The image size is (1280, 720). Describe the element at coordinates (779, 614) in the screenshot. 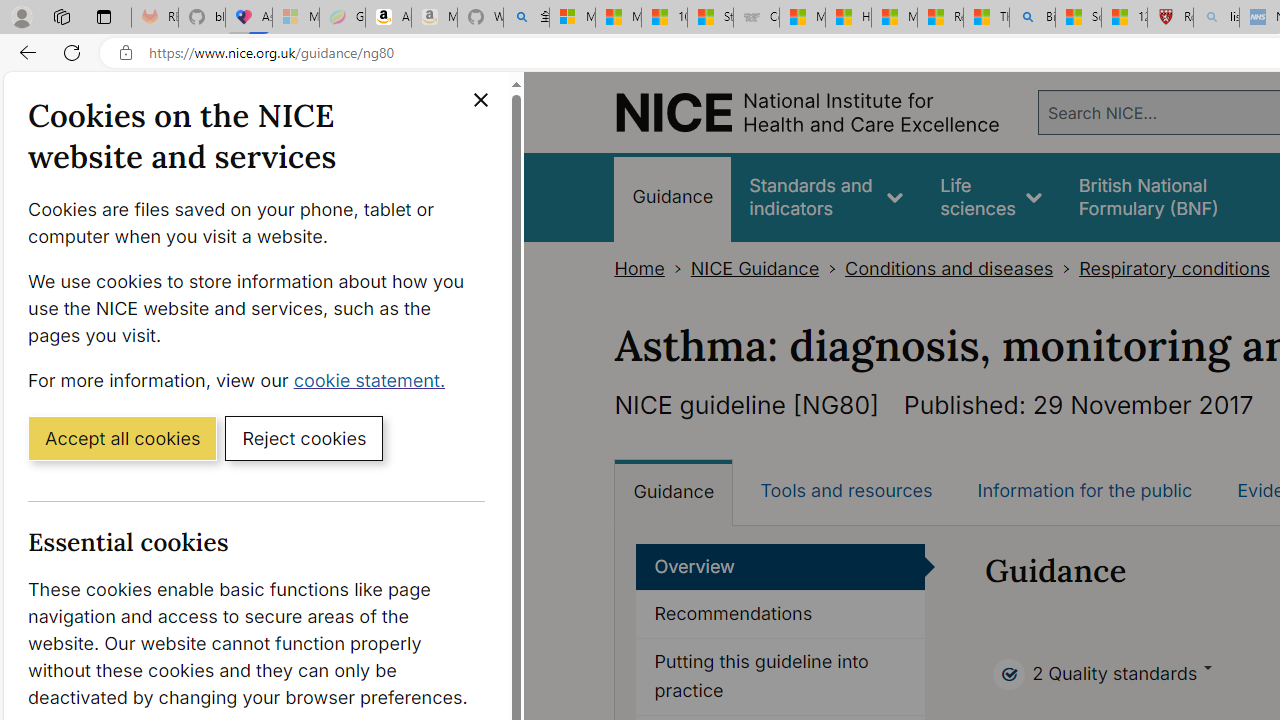

I see `'Recommendations'` at that location.